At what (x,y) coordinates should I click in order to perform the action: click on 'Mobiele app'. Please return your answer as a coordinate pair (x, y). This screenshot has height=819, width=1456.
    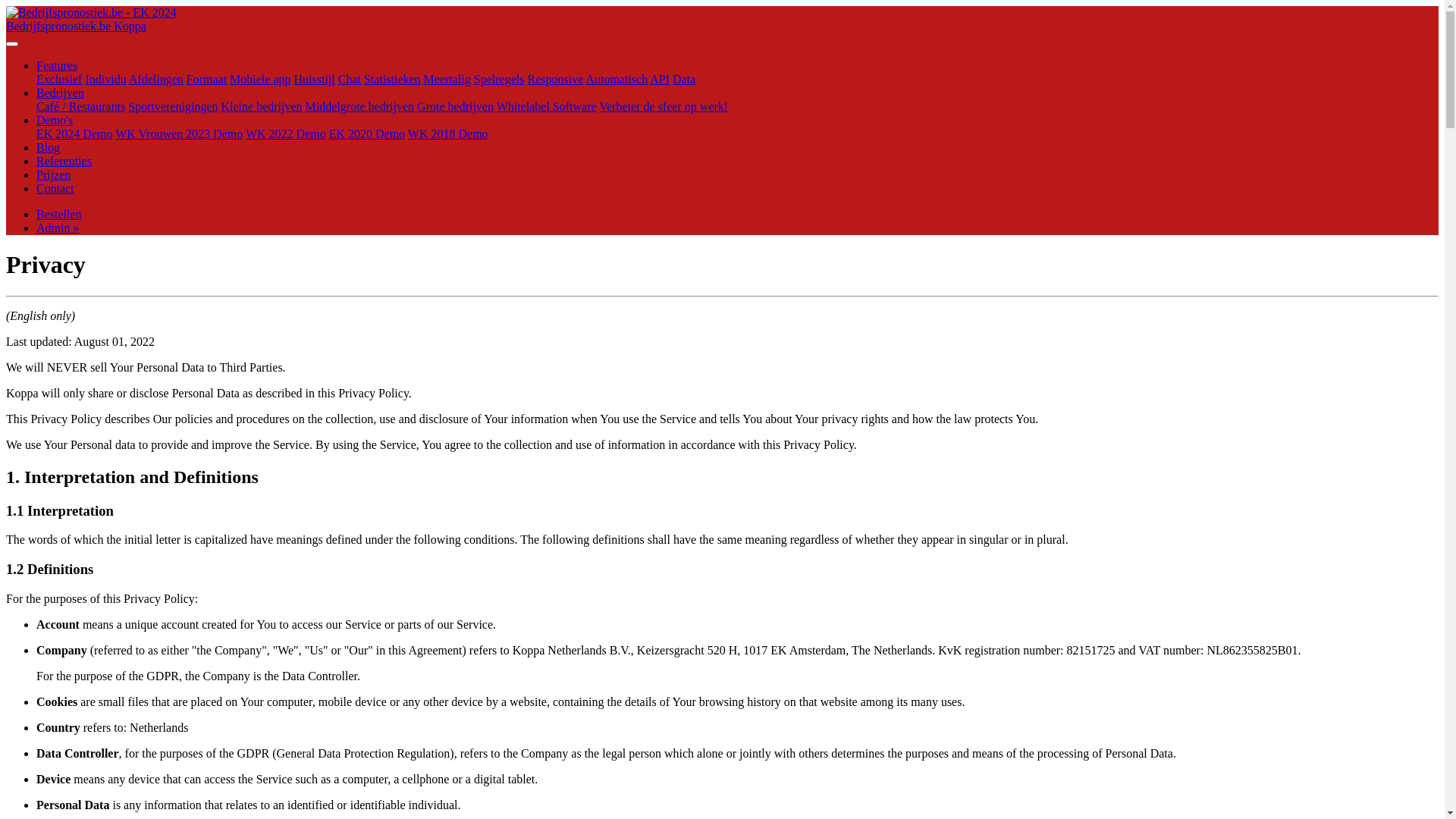
    Looking at the image, I should click on (259, 79).